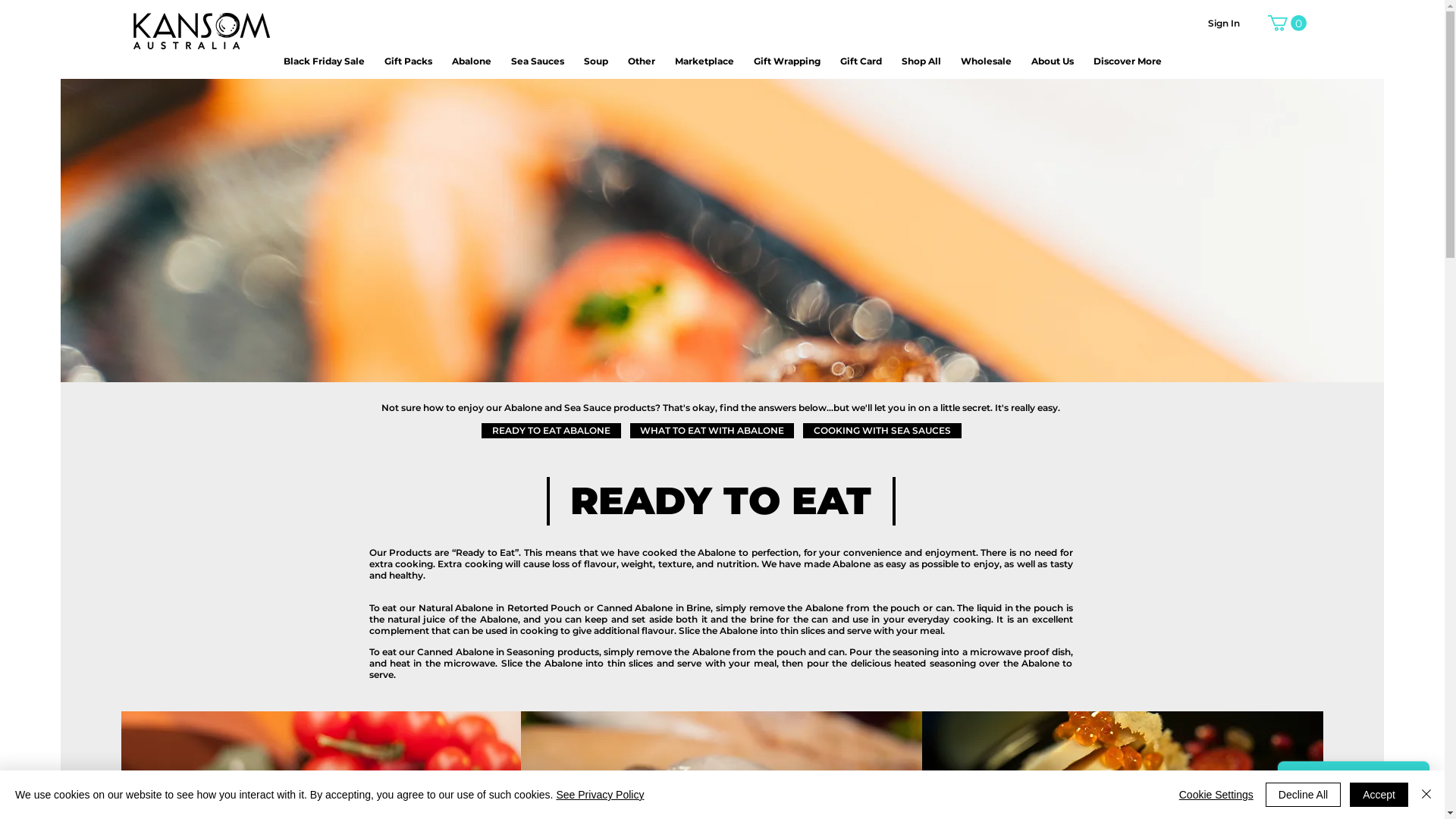 This screenshot has height=819, width=1456. Describe the element at coordinates (407, 60) in the screenshot. I see `'Gift Packs'` at that location.